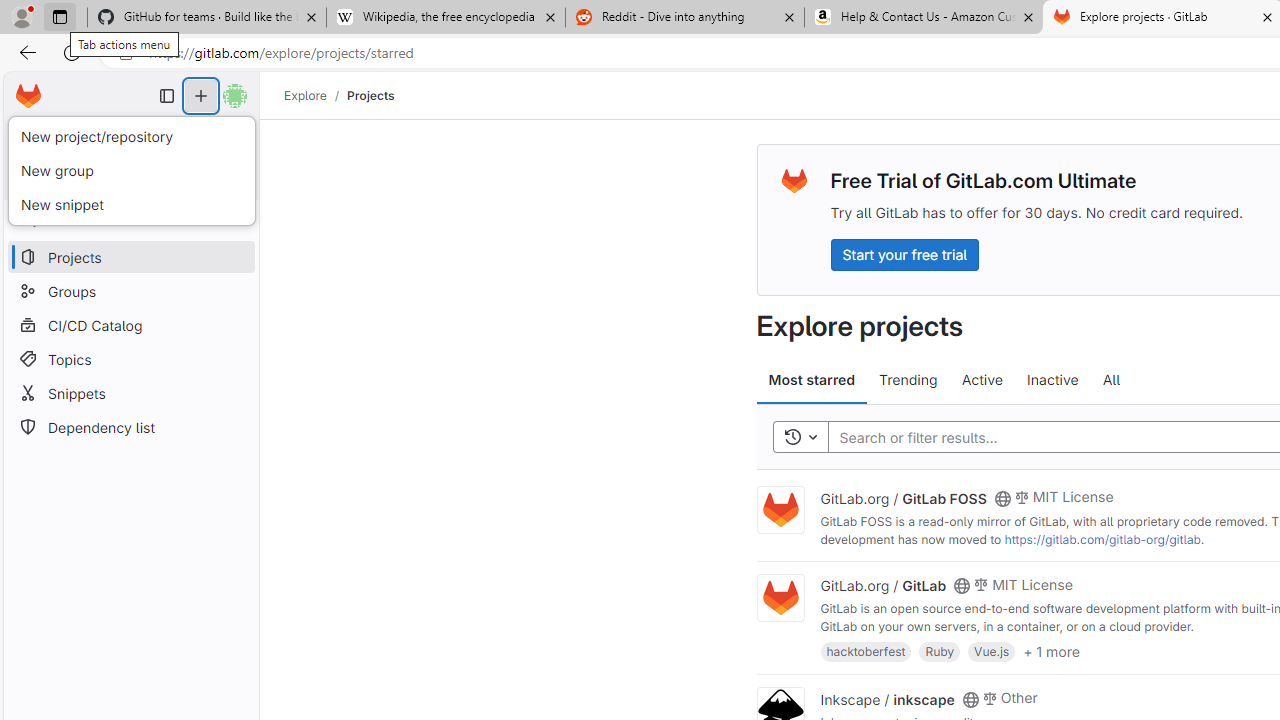 Image resolution: width=1280 pixels, height=720 pixels. I want to click on 'Primary navigation sidebar', so click(167, 96).